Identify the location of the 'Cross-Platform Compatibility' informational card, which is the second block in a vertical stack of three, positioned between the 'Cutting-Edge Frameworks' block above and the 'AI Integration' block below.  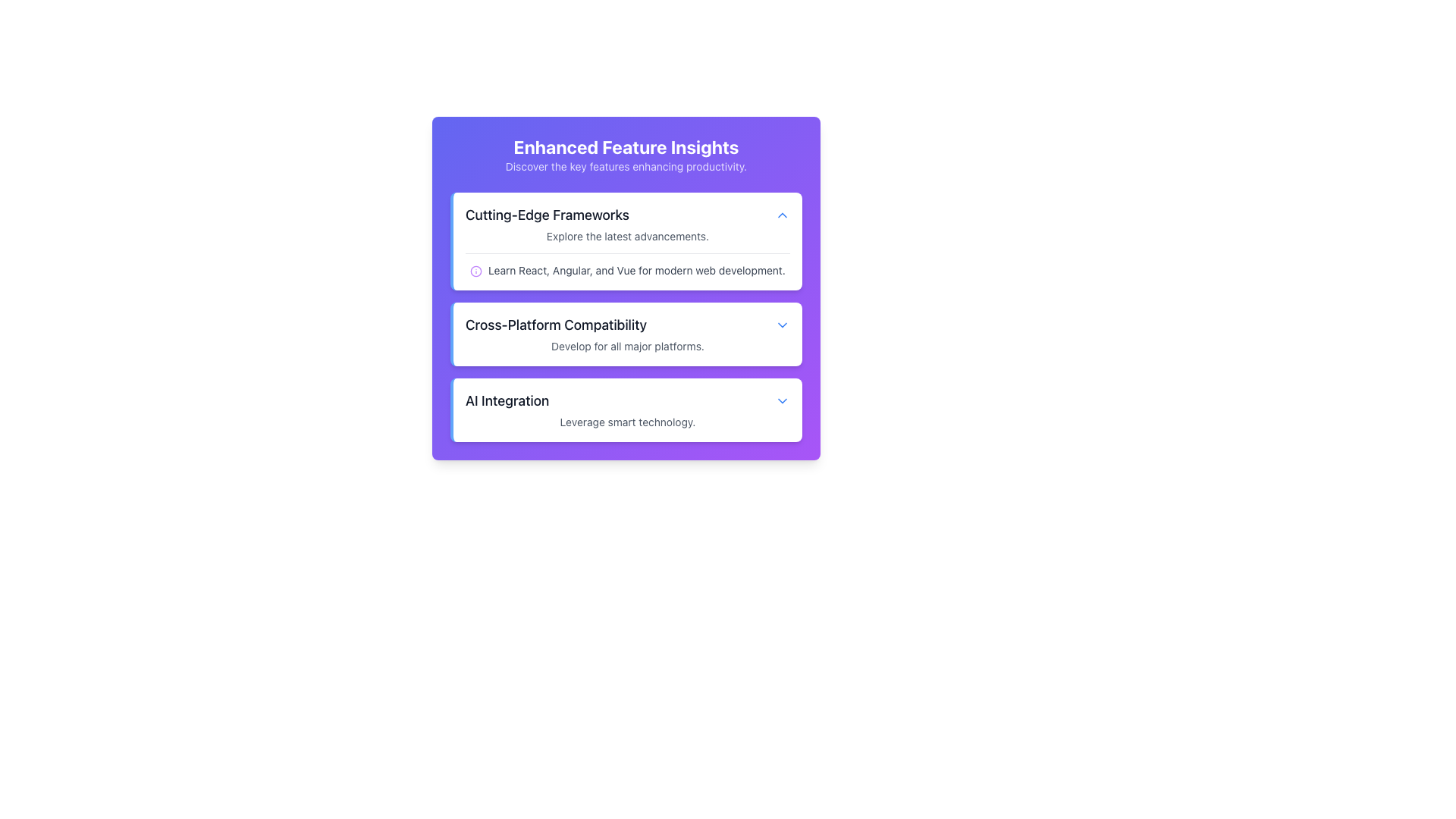
(626, 315).